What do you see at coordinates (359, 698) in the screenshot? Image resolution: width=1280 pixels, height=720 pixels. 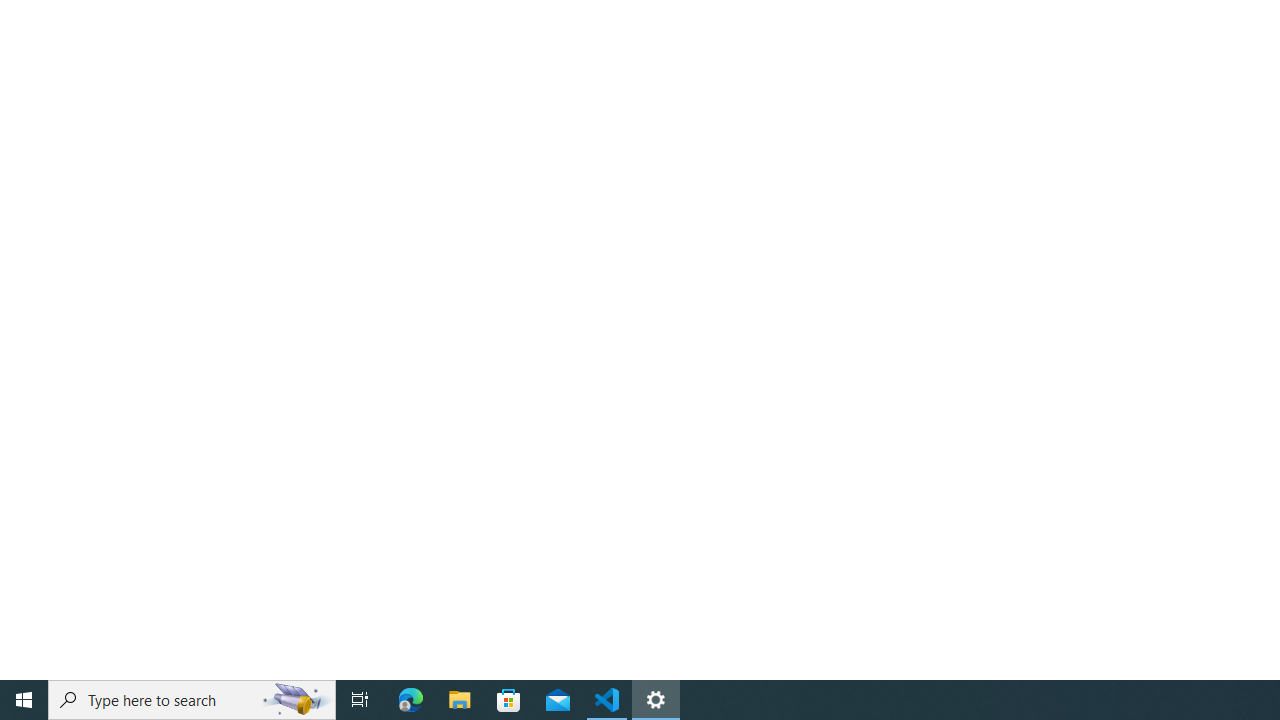 I see `'Task View'` at bounding box center [359, 698].